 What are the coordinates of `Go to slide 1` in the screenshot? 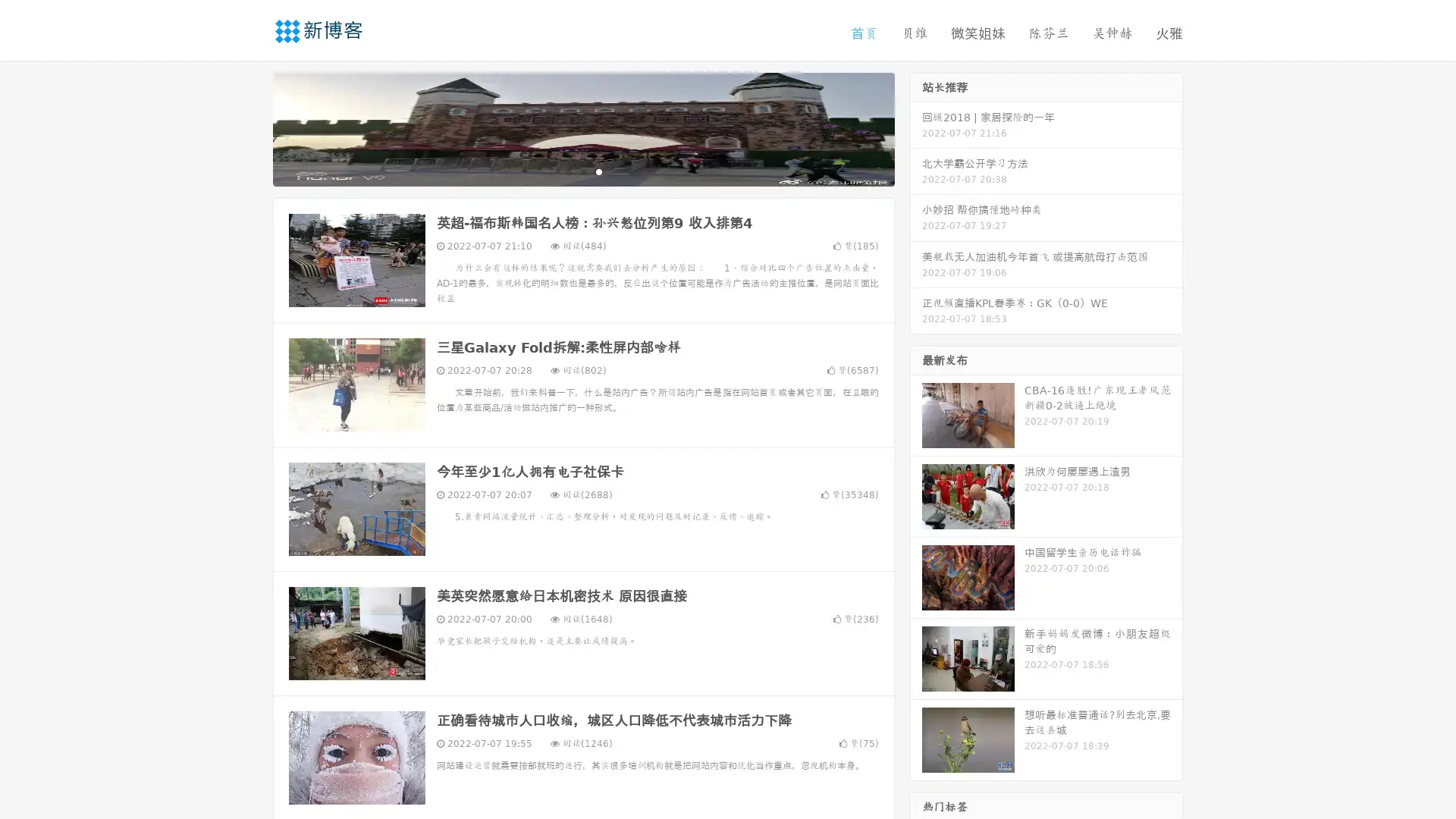 It's located at (567, 171).